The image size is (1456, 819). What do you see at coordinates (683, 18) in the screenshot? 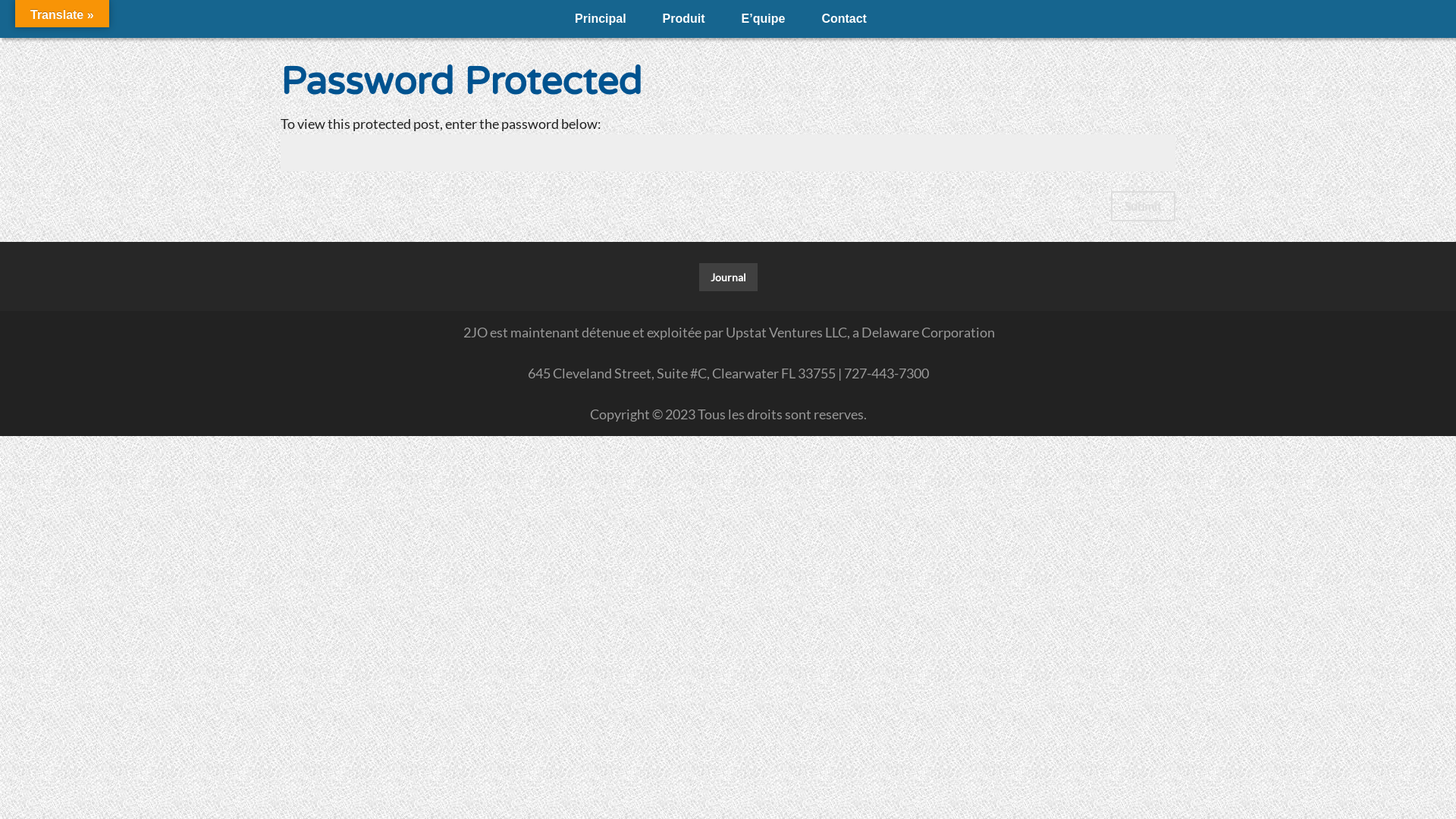
I see `'Produit'` at bounding box center [683, 18].